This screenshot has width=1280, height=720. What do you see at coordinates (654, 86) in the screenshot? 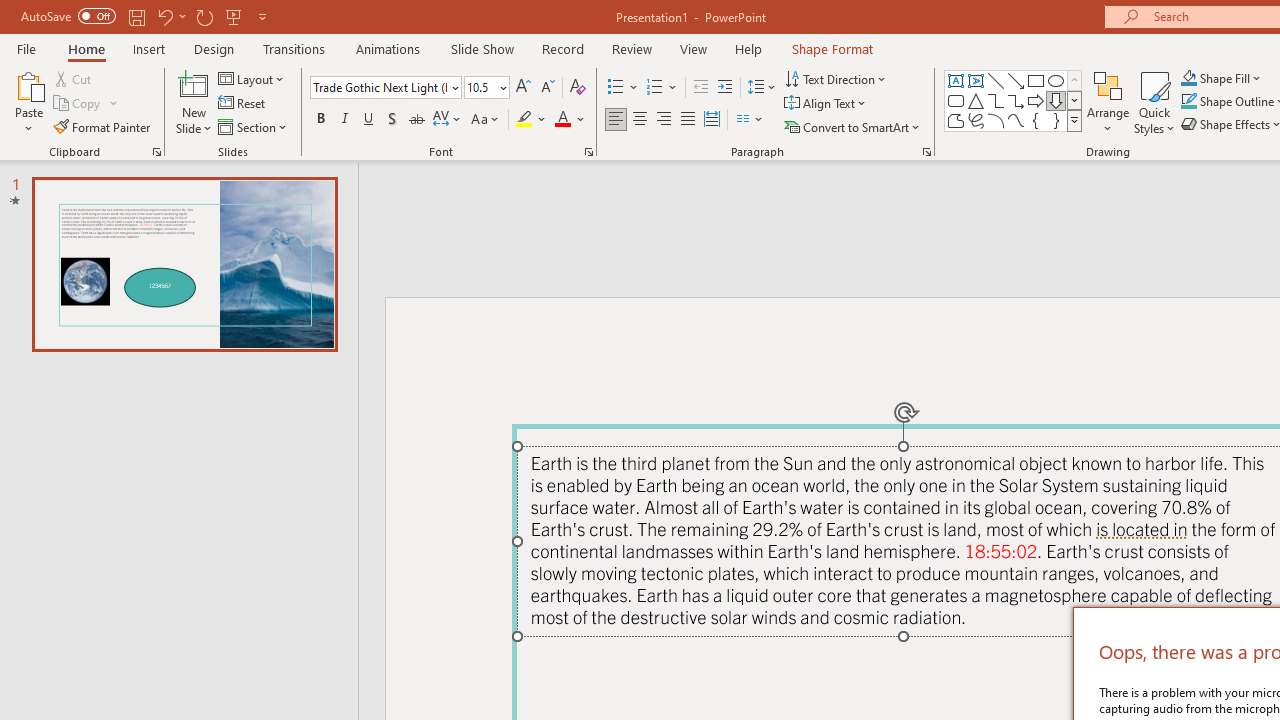
I see `'Numbering'` at bounding box center [654, 86].